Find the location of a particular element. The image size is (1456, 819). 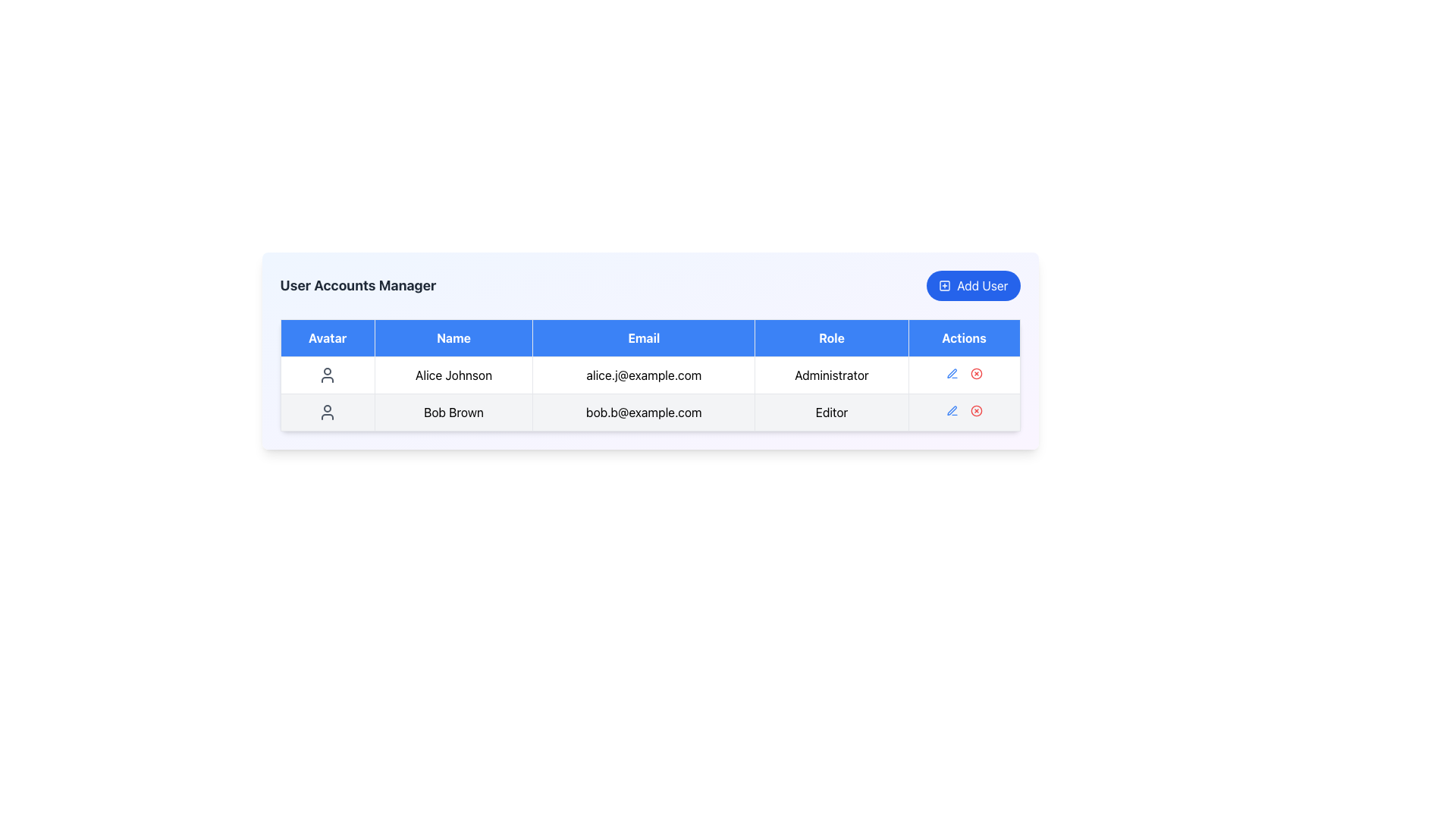

the rounded square icon located at the center of the 'Add User' button in the top-right corner of the user table component is located at coordinates (944, 286).